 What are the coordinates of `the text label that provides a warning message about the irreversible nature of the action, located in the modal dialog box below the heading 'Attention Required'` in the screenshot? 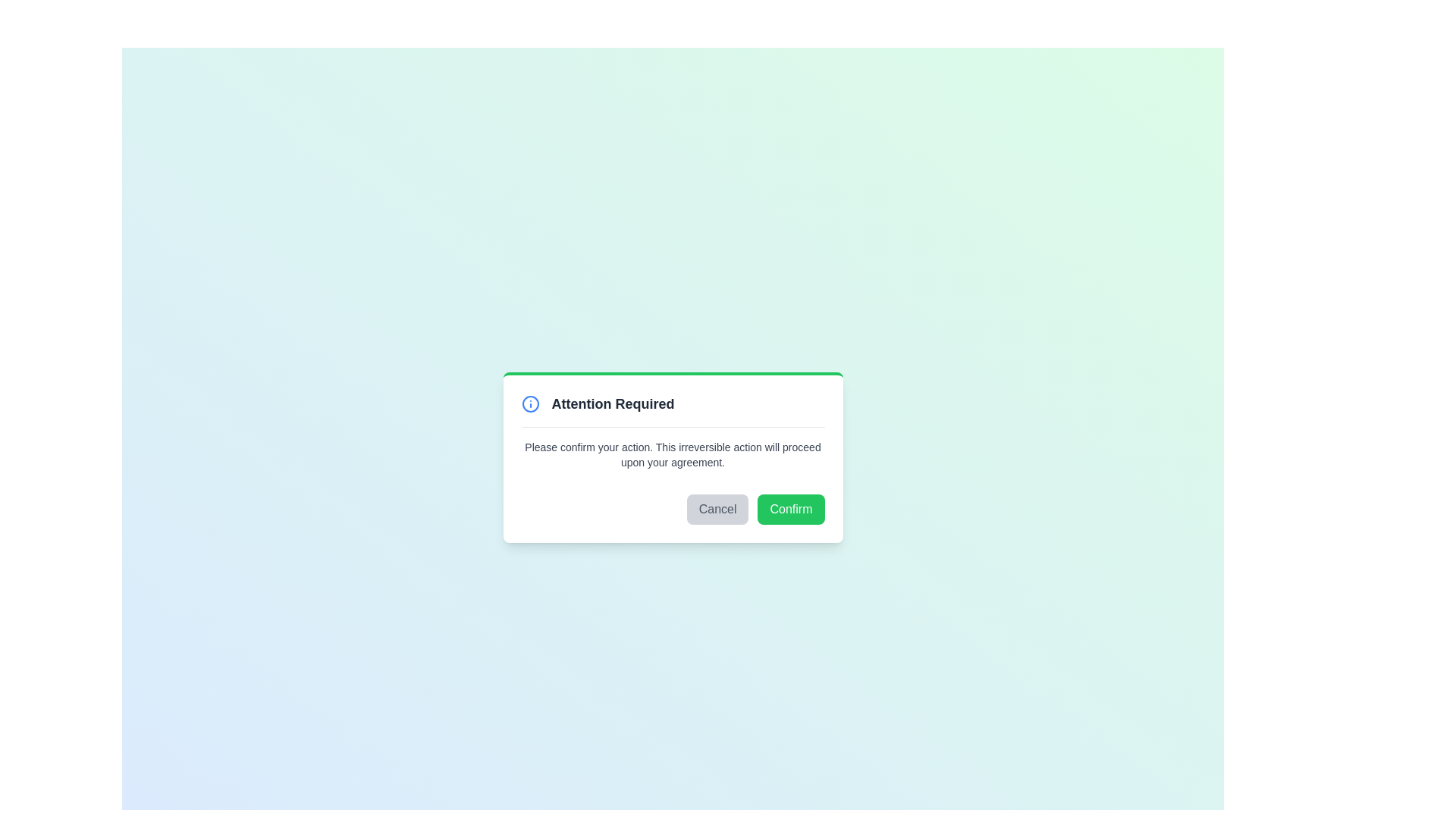 It's located at (672, 453).